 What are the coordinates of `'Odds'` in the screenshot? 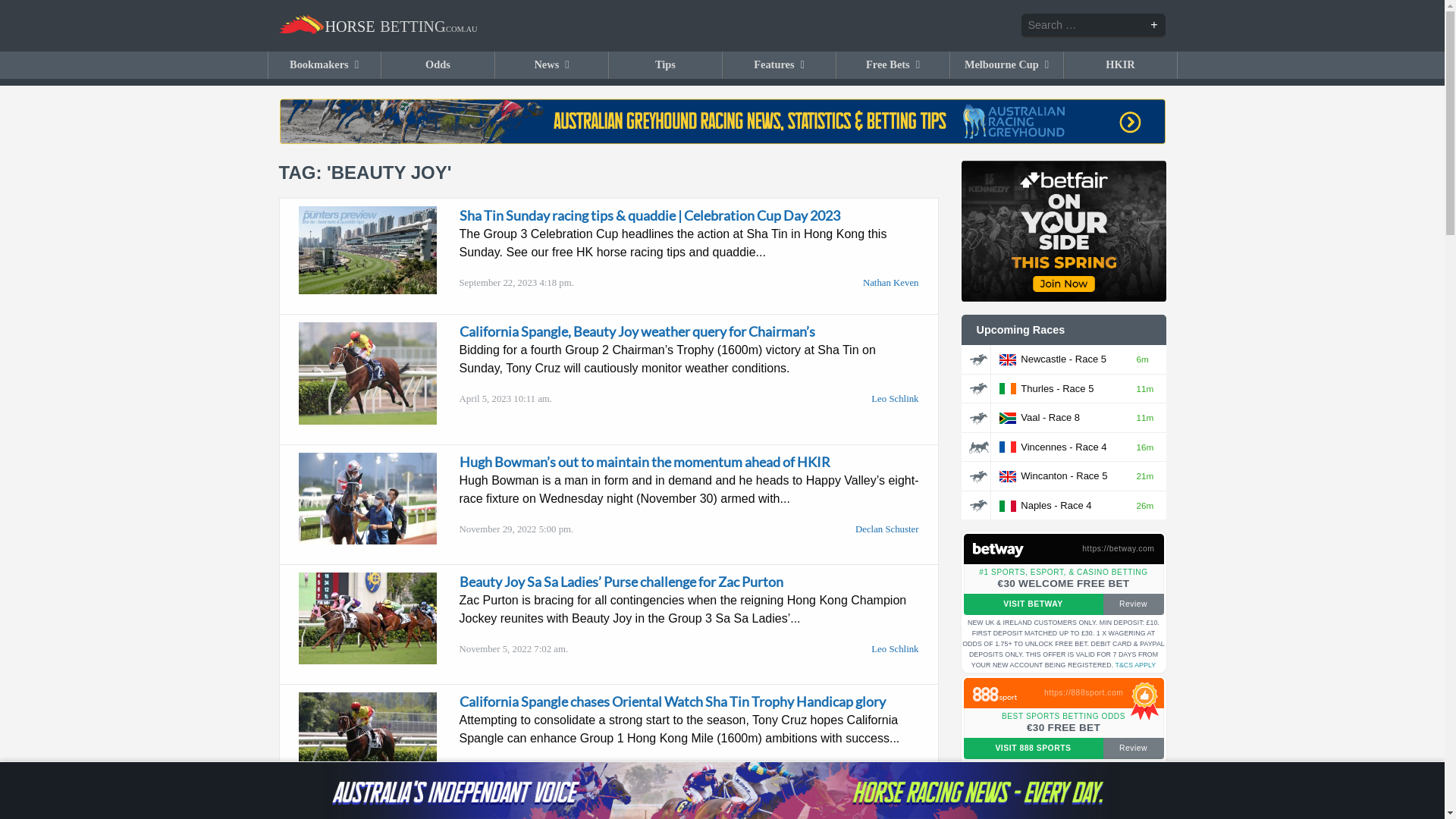 It's located at (438, 64).